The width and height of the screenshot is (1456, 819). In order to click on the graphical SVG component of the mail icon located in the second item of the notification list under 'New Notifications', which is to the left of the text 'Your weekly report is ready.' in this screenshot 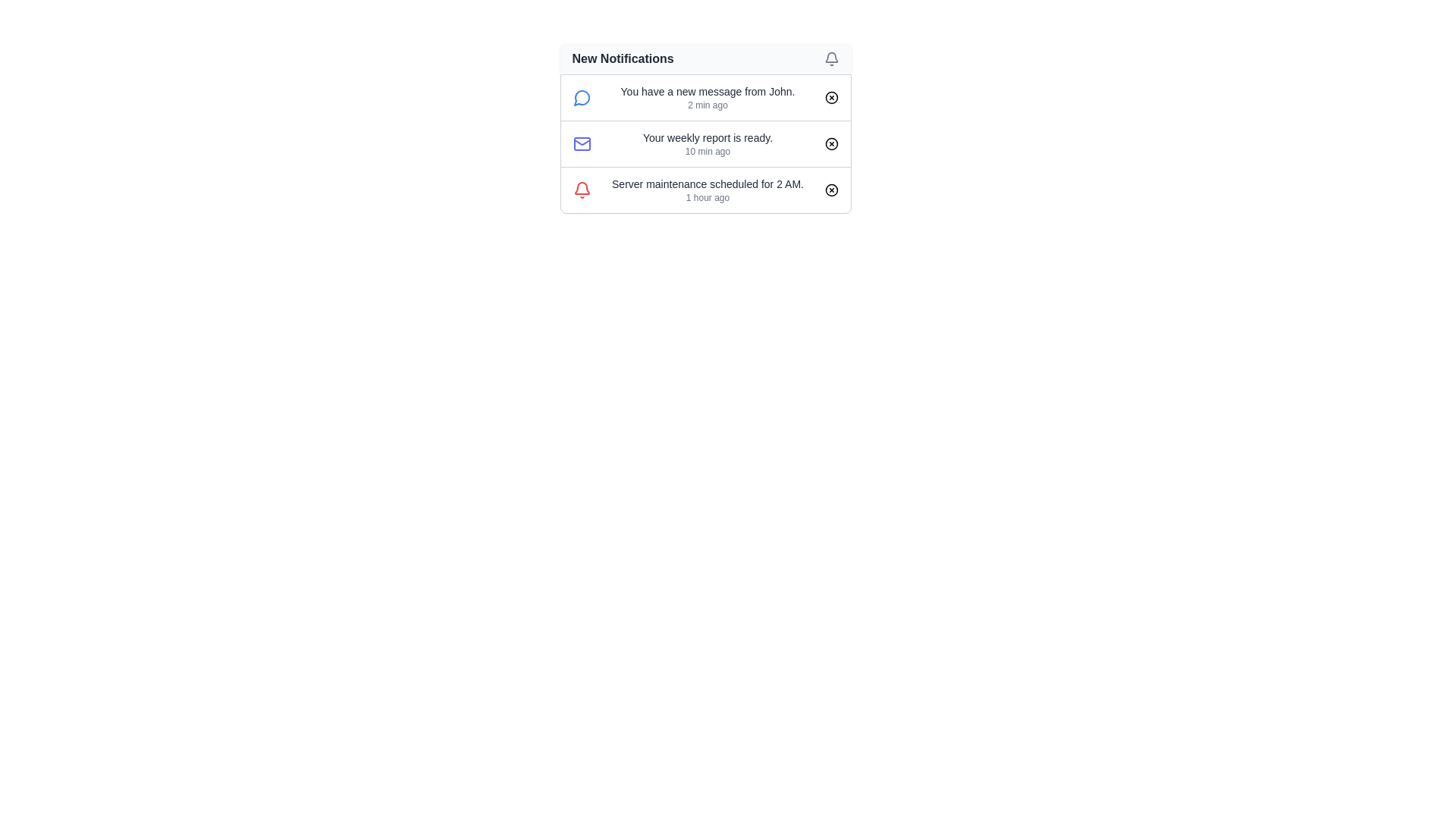, I will do `click(581, 143)`.